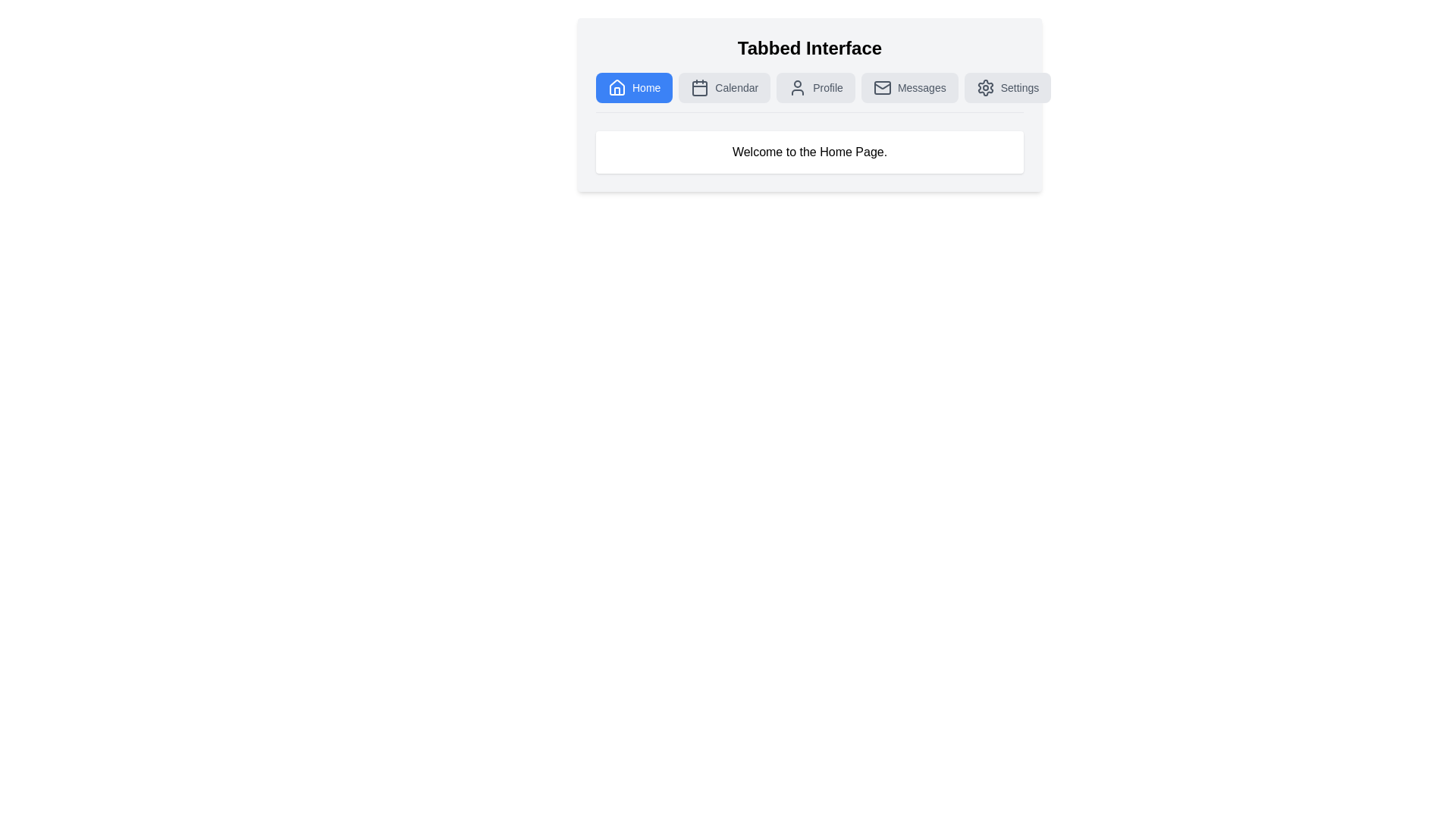 This screenshot has width=1456, height=819. Describe the element at coordinates (797, 87) in the screenshot. I see `the 'Profile' icon in the navigation interface, which visually represents user information or account settings, located centrally to the left of the 'Profile' text label` at that location.